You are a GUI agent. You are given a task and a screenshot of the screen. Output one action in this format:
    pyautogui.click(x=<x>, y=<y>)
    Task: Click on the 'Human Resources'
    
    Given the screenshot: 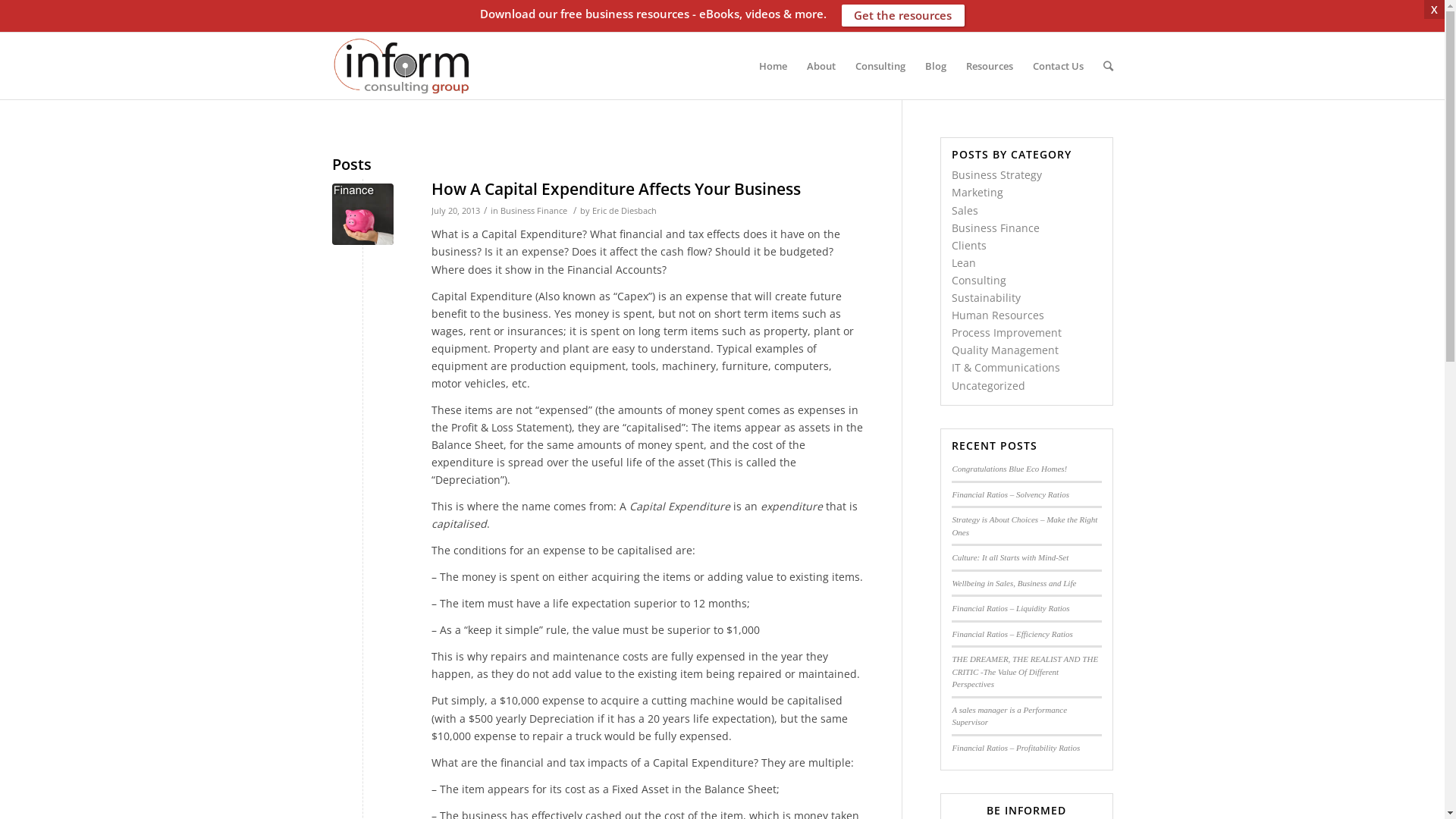 What is the action you would take?
    pyautogui.click(x=950, y=314)
    